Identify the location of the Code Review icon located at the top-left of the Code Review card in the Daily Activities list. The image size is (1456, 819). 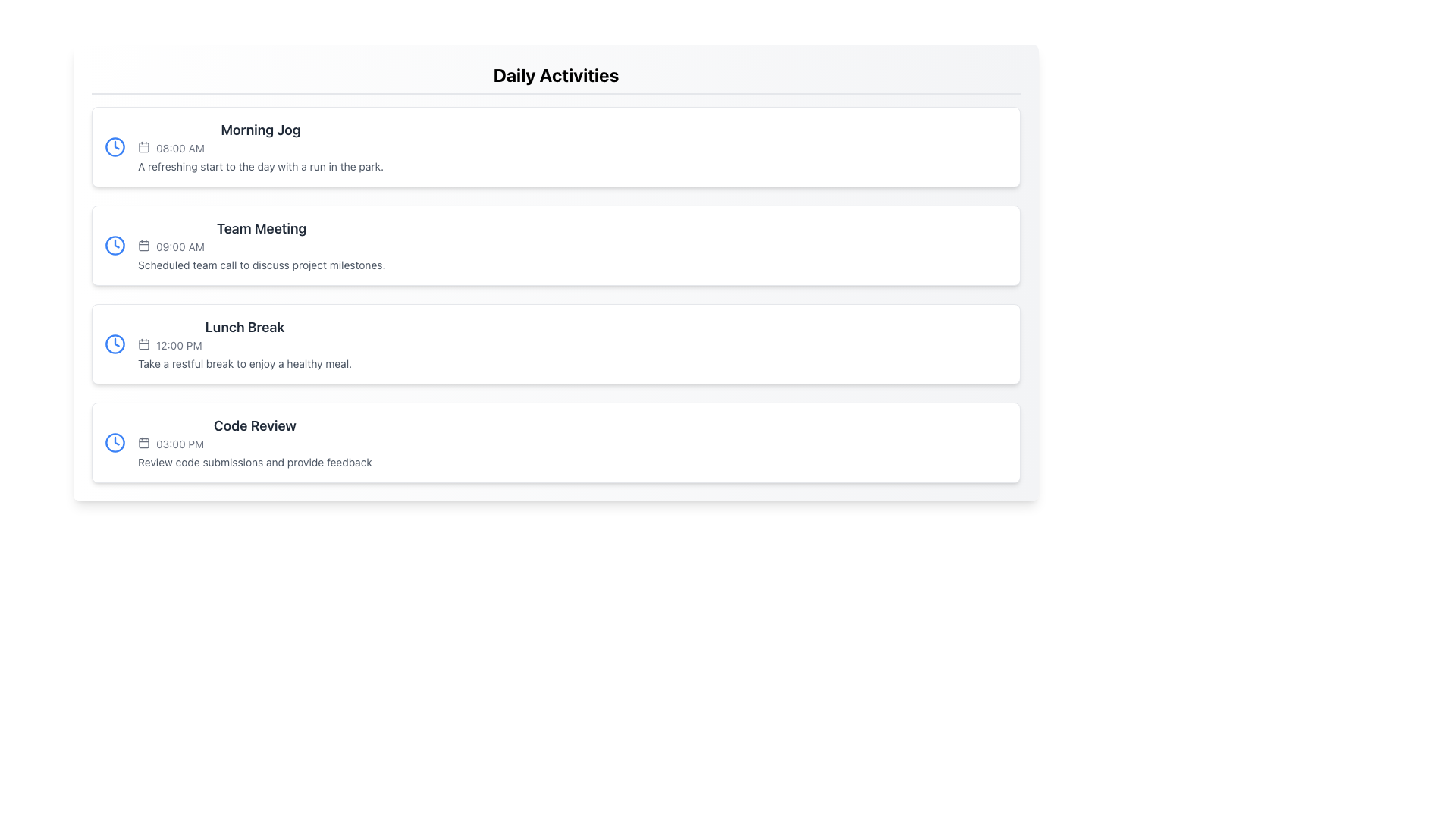
(115, 442).